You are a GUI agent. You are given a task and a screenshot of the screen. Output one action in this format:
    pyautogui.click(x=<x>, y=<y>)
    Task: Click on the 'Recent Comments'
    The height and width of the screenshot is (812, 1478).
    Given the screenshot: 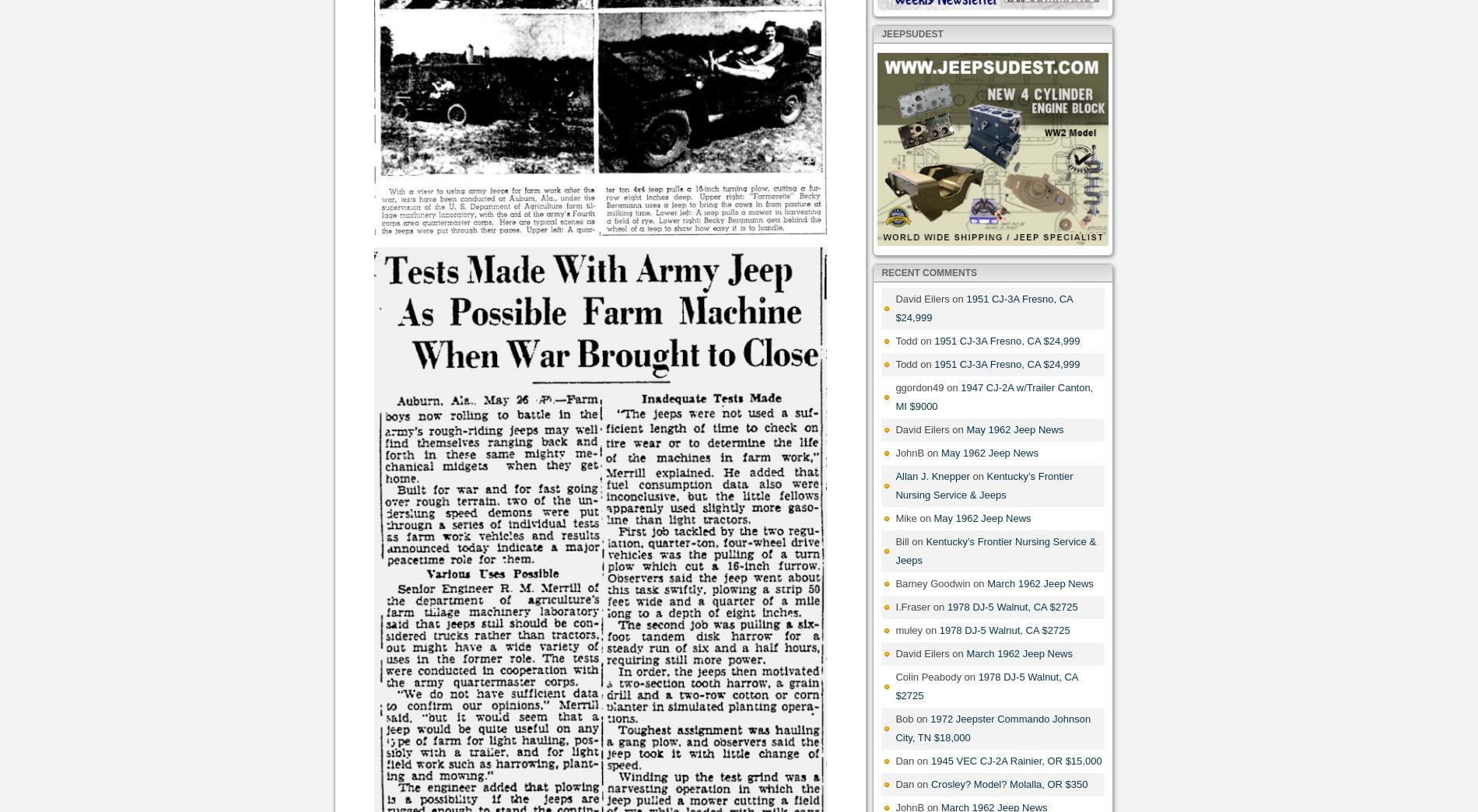 What is the action you would take?
    pyautogui.click(x=928, y=271)
    